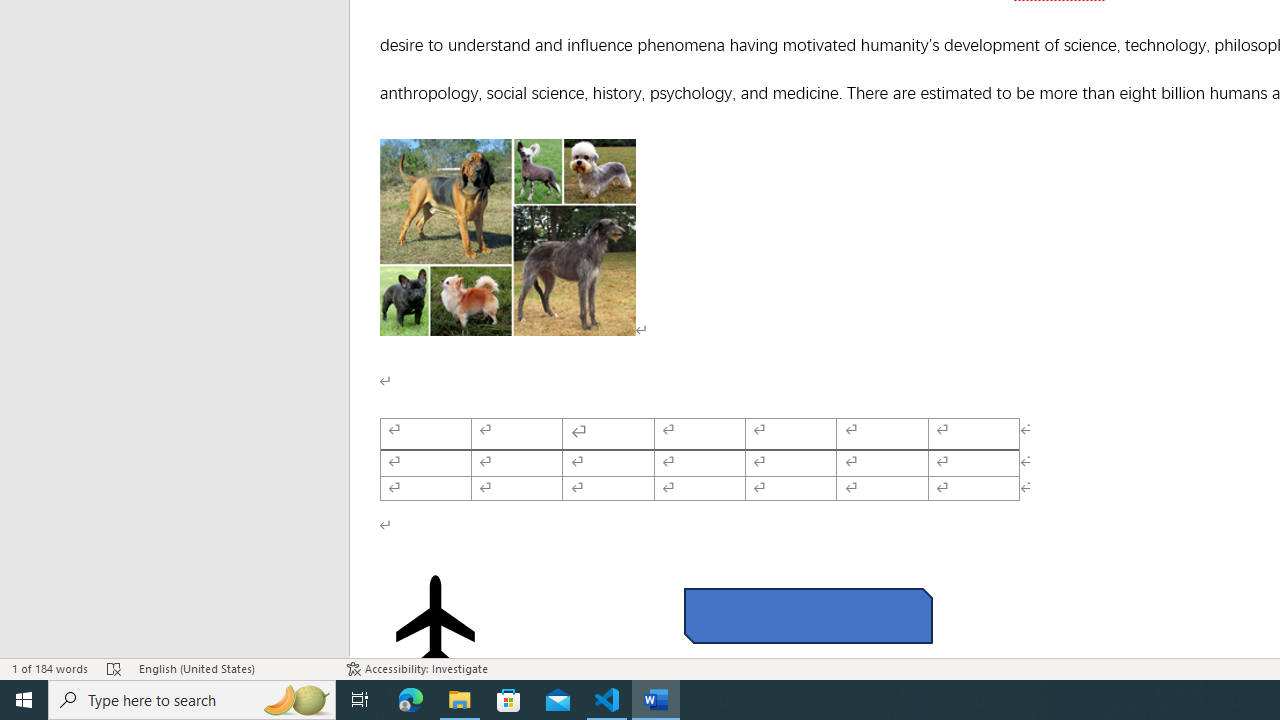 This screenshot has width=1280, height=720. I want to click on 'Airplane with solid fill', so click(434, 620).